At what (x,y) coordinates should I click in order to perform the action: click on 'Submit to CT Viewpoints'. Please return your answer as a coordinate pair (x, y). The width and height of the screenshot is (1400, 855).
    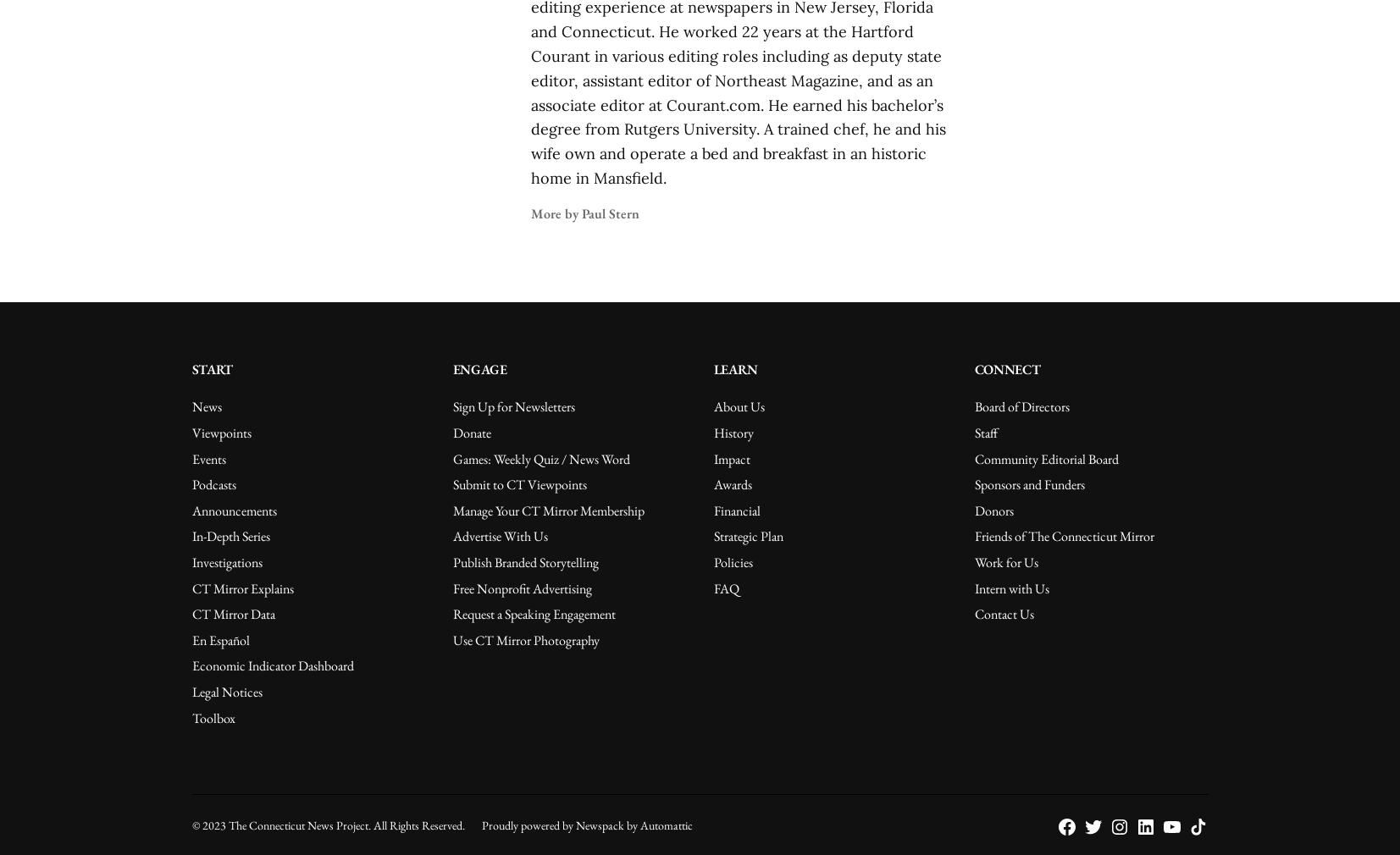
    Looking at the image, I should click on (517, 483).